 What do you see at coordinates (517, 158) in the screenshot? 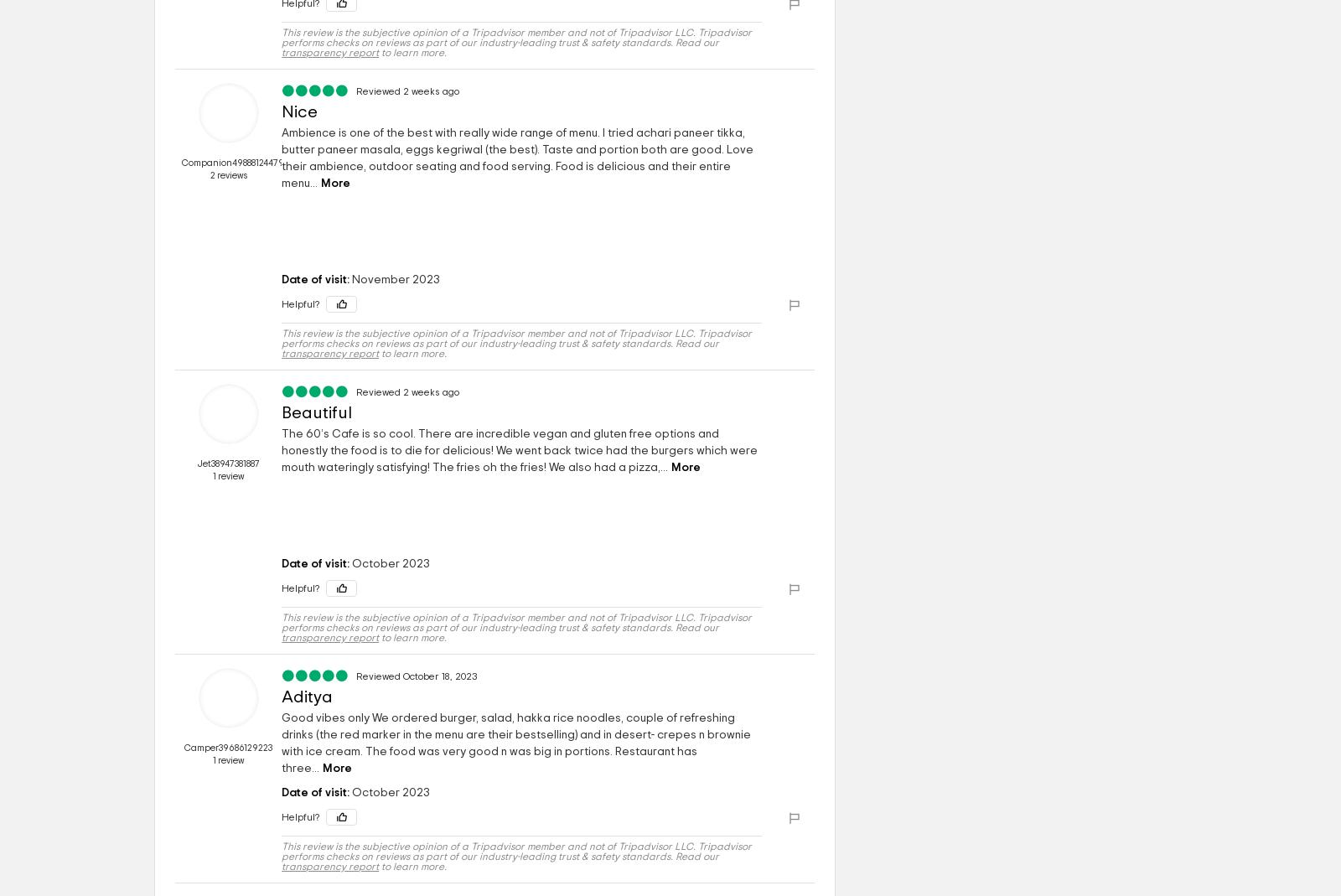
I see `'Ambience is one of the best with really wide range of menu. I tried achari paneer tikka, butter paneer masala, eggs kegriwal (the best). Taste and portion both are good. Love their ambience, outdoor seating and food serving. Food is delicious and their entire menu...'` at bounding box center [517, 158].